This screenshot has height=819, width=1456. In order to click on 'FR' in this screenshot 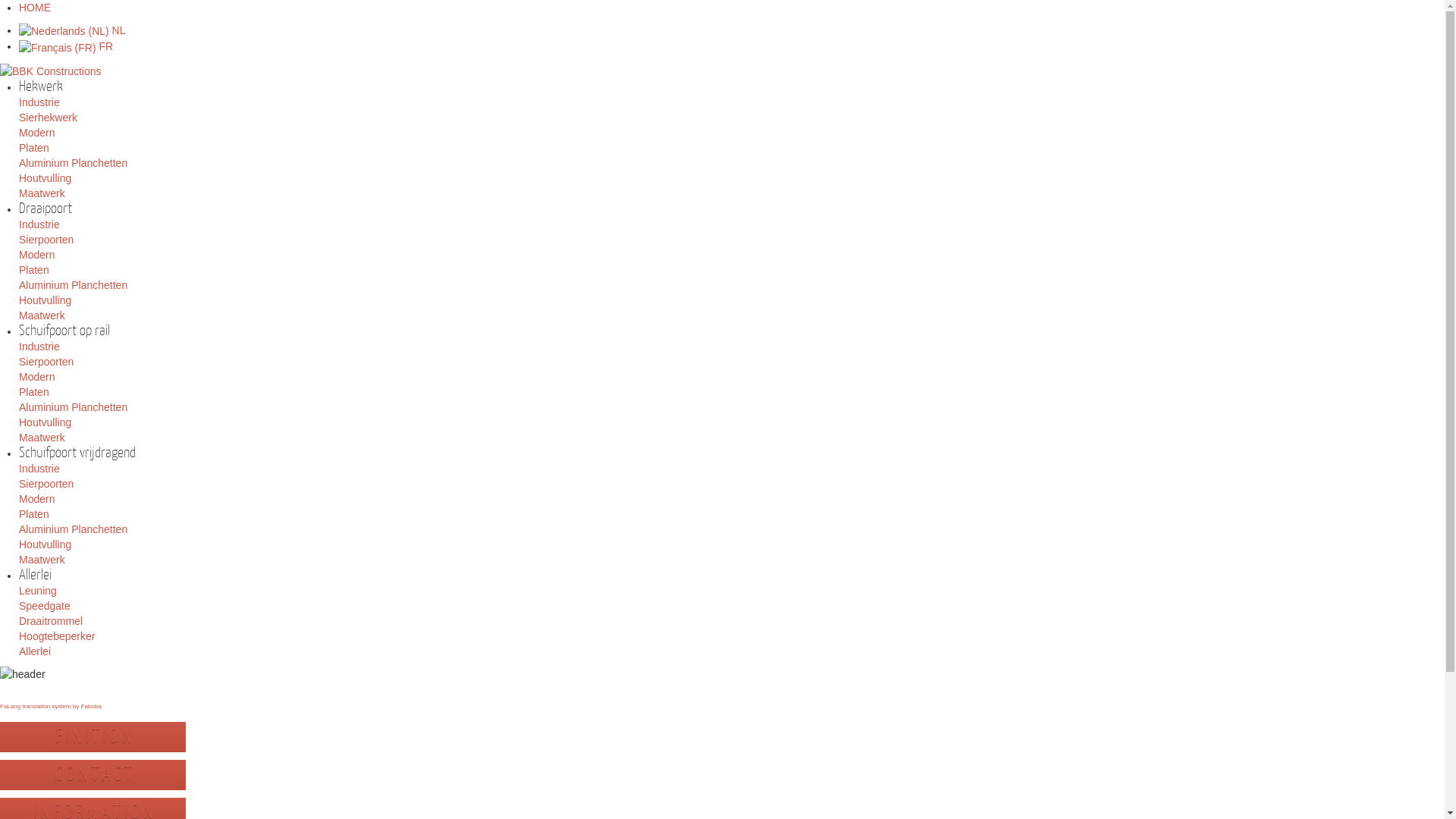, I will do `click(64, 45)`.